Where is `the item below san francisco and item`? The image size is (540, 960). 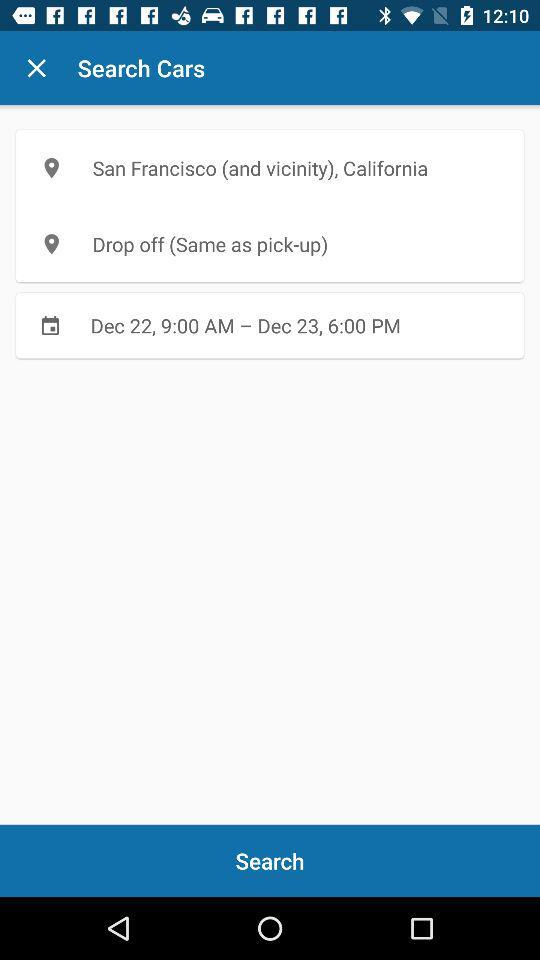
the item below san francisco and item is located at coordinates (270, 243).